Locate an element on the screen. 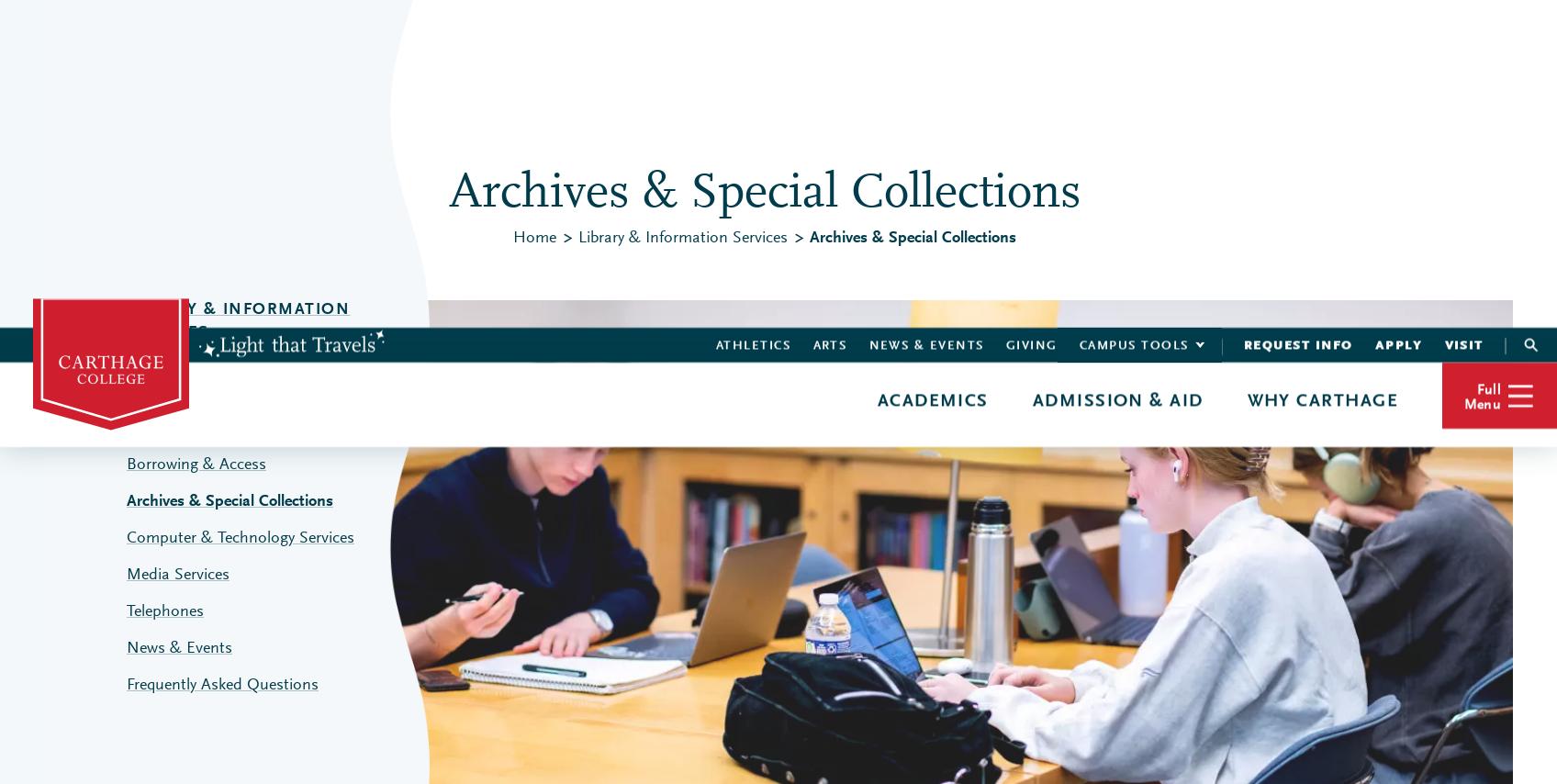  'Apply' is located at coordinates (1397, 16).